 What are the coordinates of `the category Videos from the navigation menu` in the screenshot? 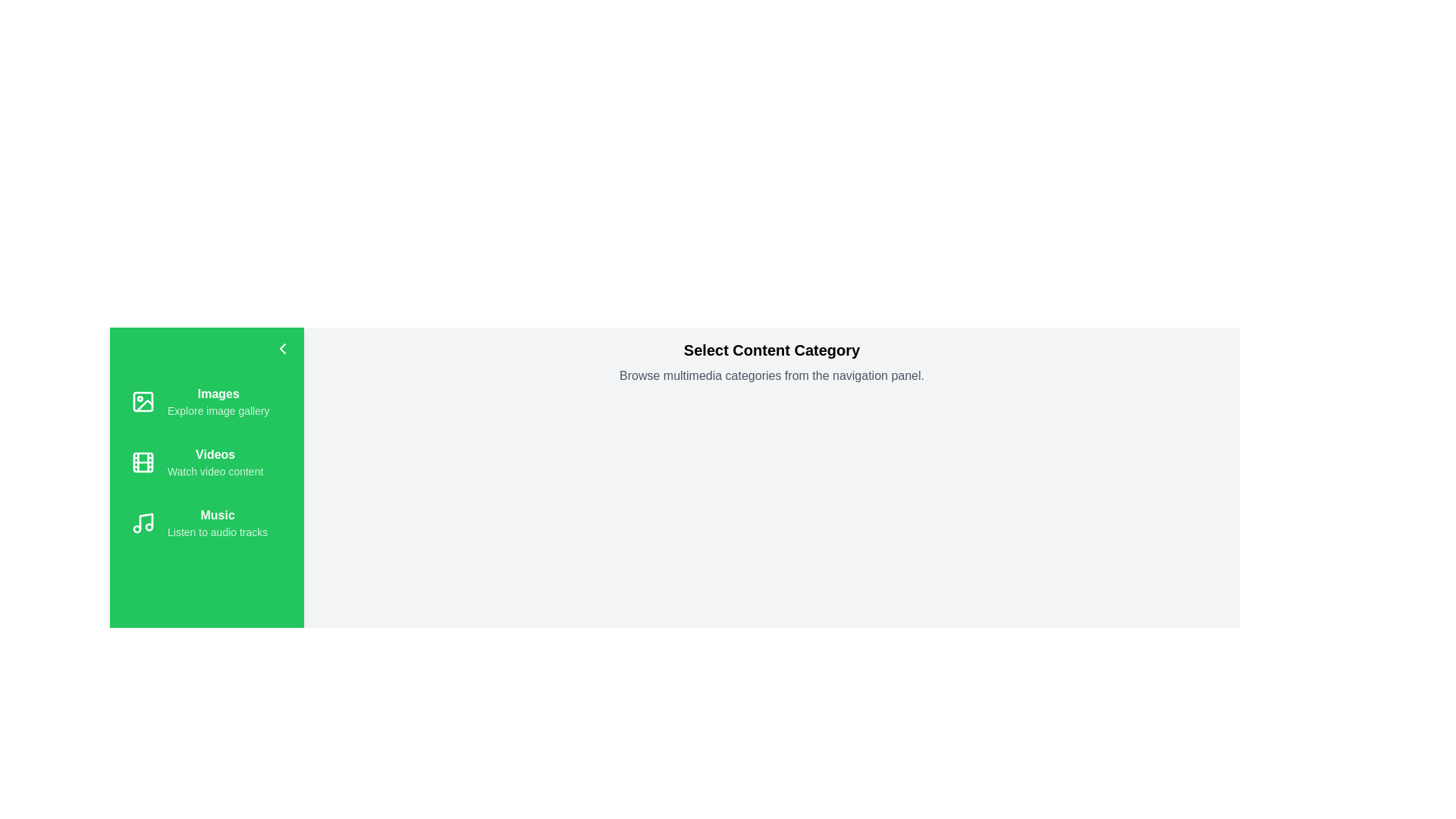 It's located at (206, 461).